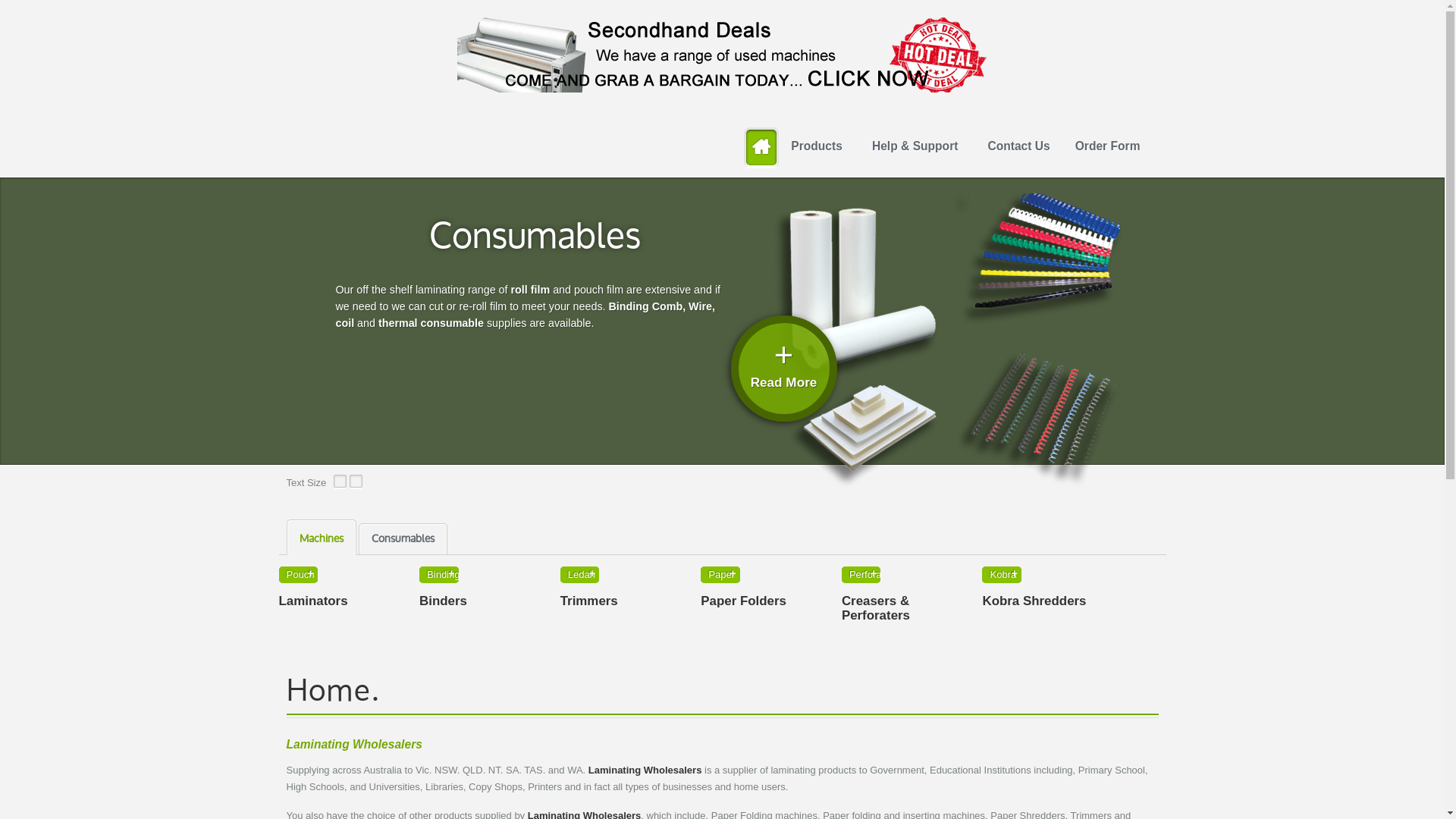  I want to click on '+, so click(783, 369).